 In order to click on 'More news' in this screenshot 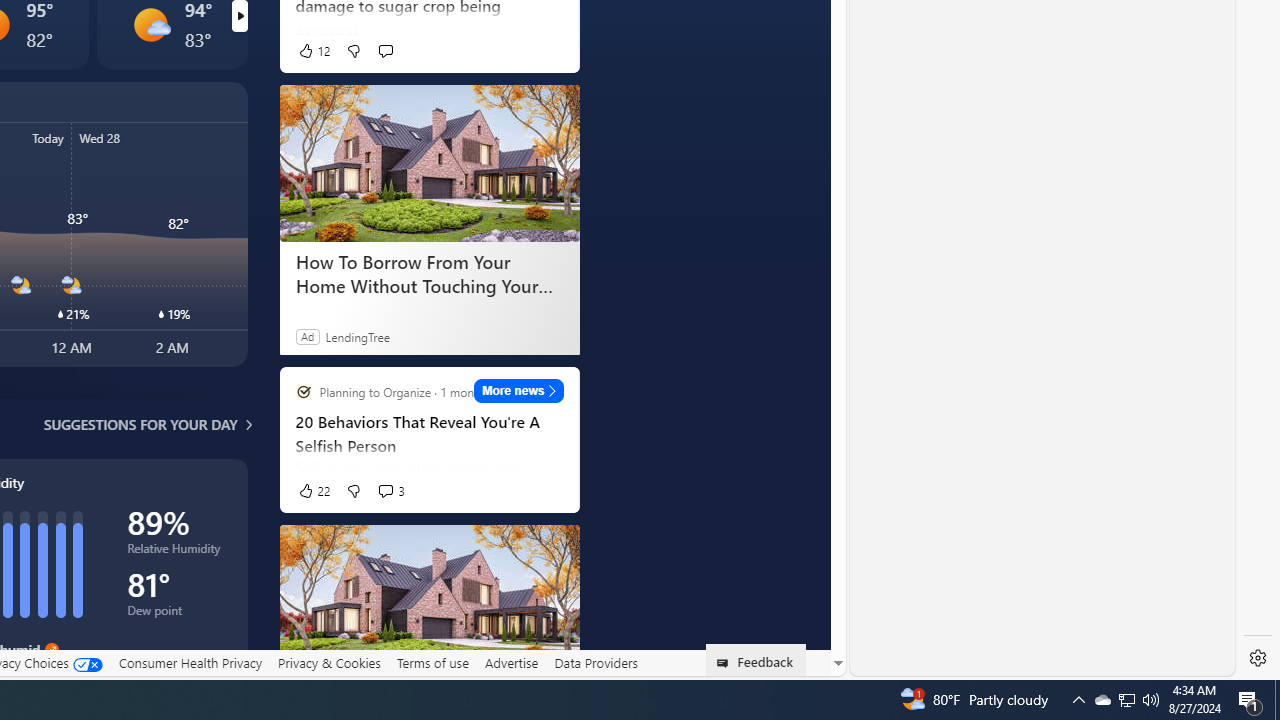, I will do `click(519, 390)`.